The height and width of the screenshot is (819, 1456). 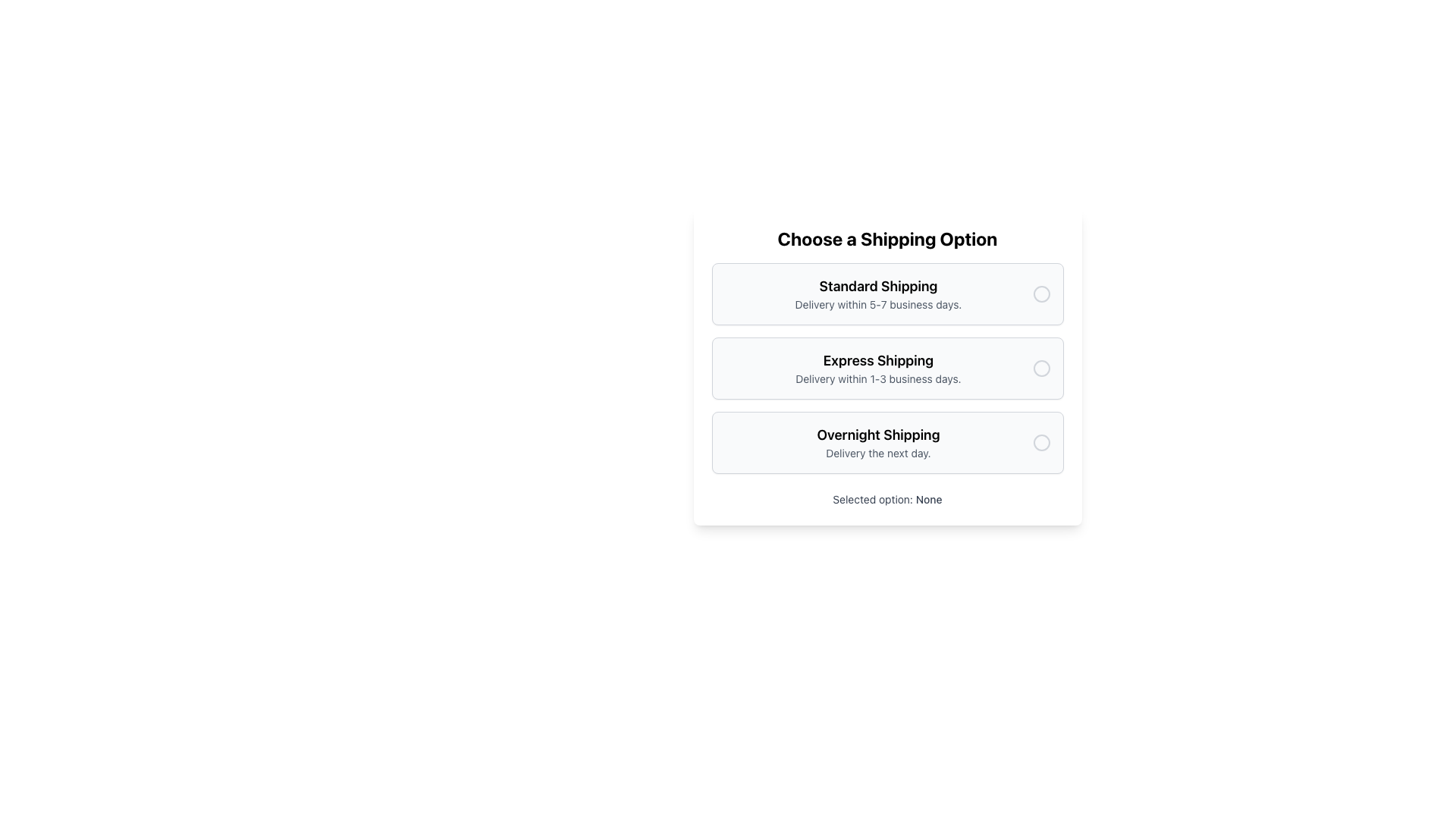 What do you see at coordinates (878, 435) in the screenshot?
I see `text label that describes the shipping option, which is located above the text 'Delivery the next day.' in the third option group of shipping options` at bounding box center [878, 435].